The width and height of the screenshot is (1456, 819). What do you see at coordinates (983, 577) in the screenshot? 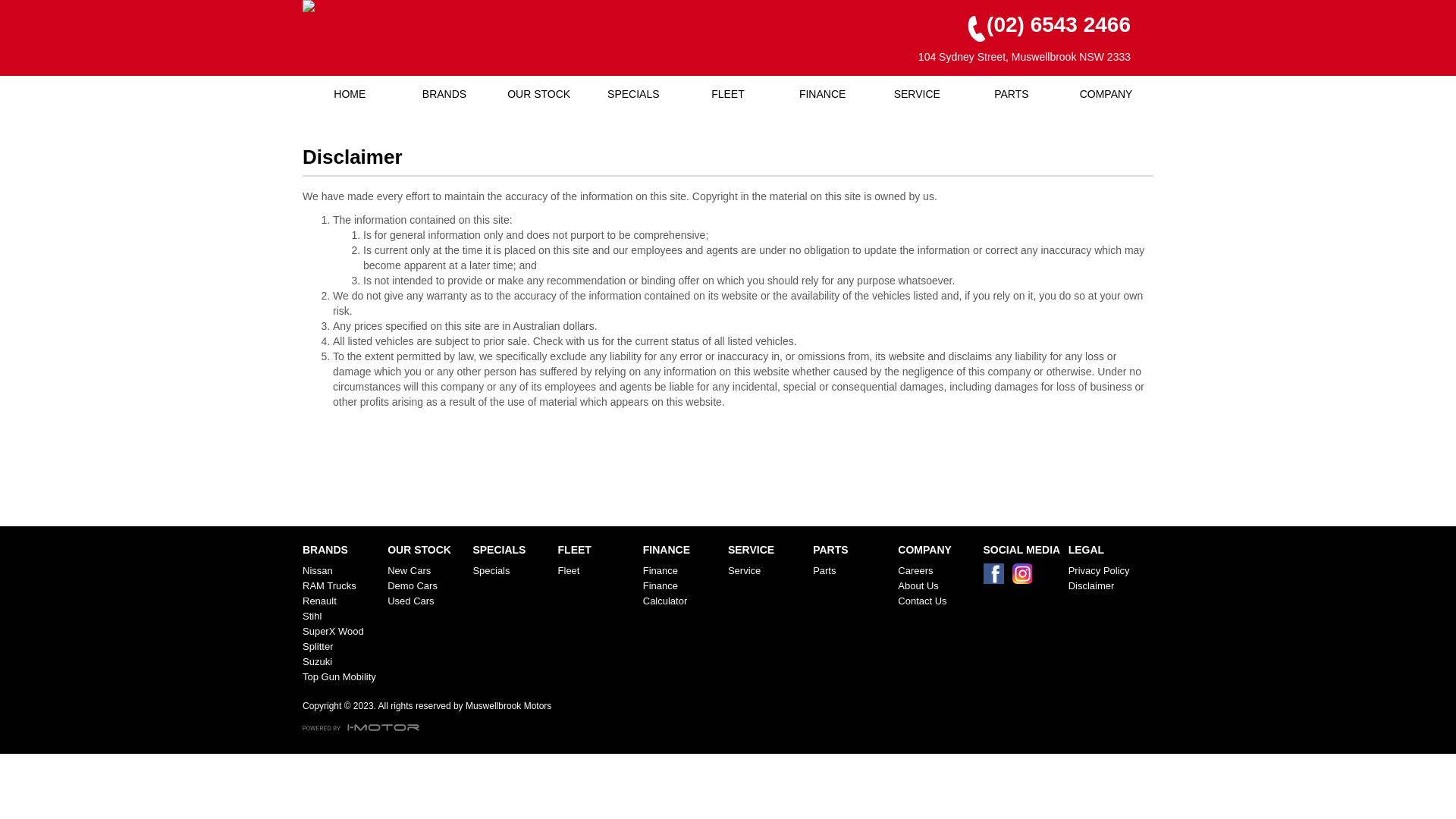
I see `'facebook'` at bounding box center [983, 577].